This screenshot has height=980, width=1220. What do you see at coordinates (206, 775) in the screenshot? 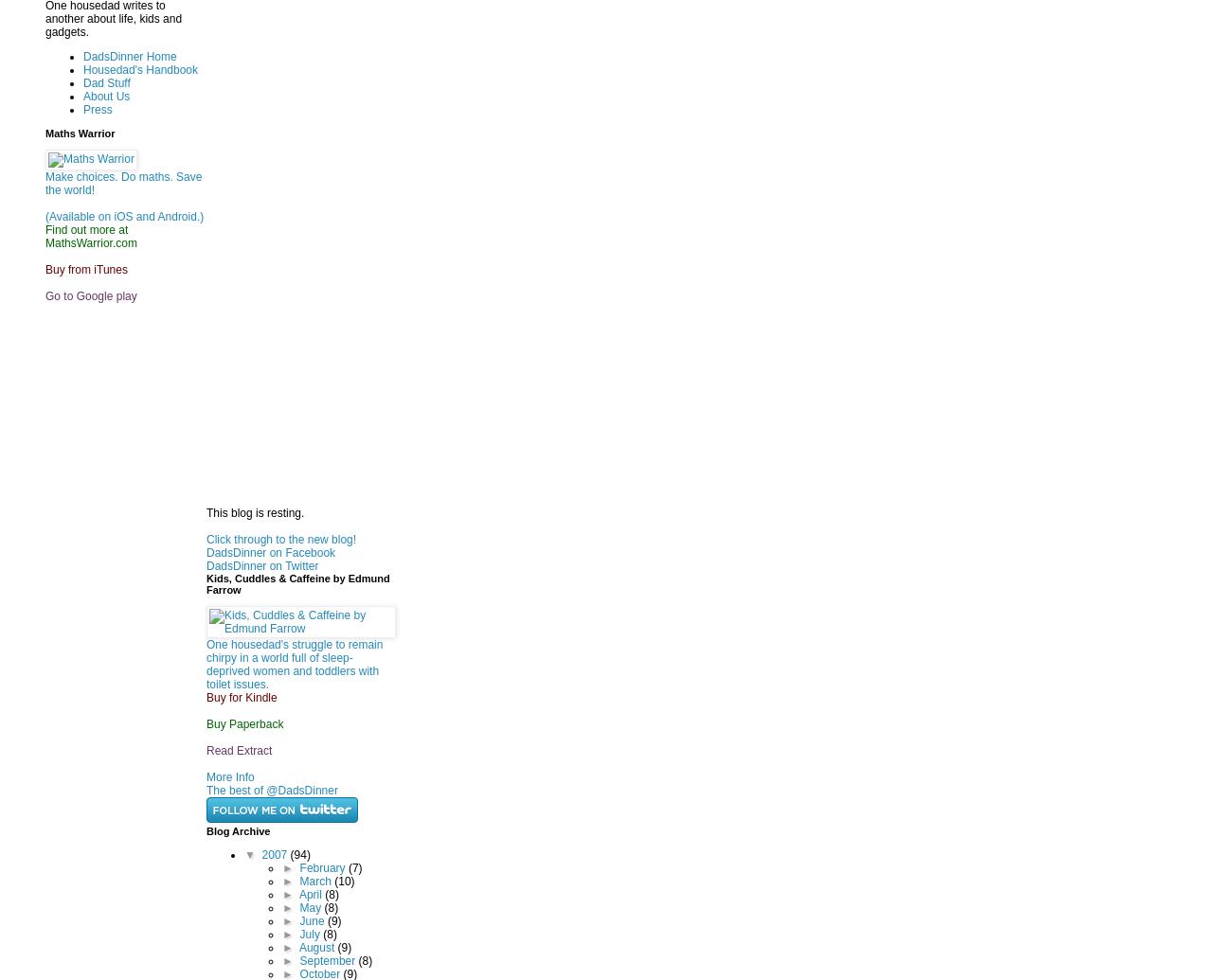
I see `'More Info'` at bounding box center [206, 775].